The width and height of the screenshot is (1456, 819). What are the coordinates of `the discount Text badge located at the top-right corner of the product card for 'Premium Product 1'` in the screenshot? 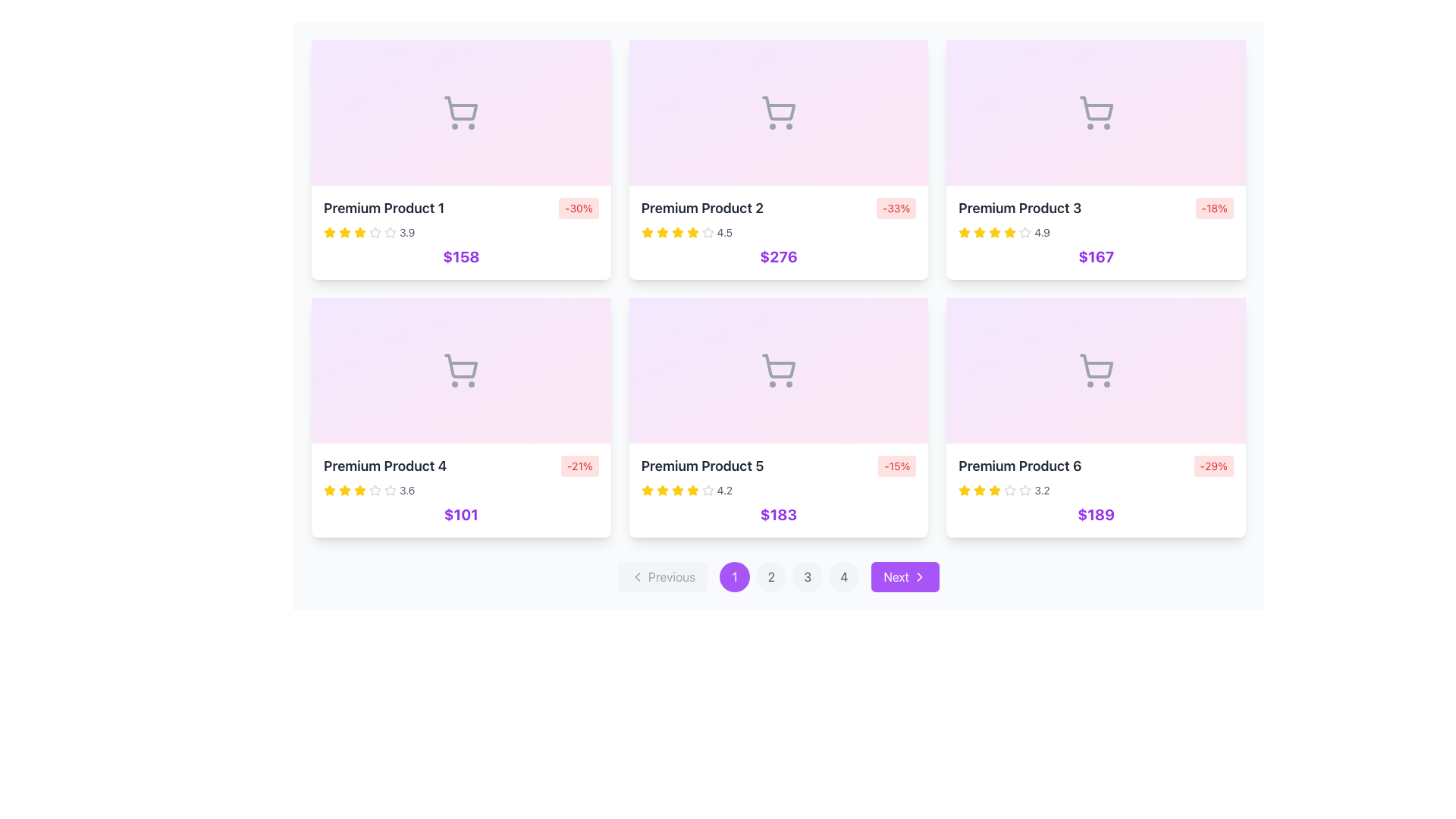 It's located at (578, 208).